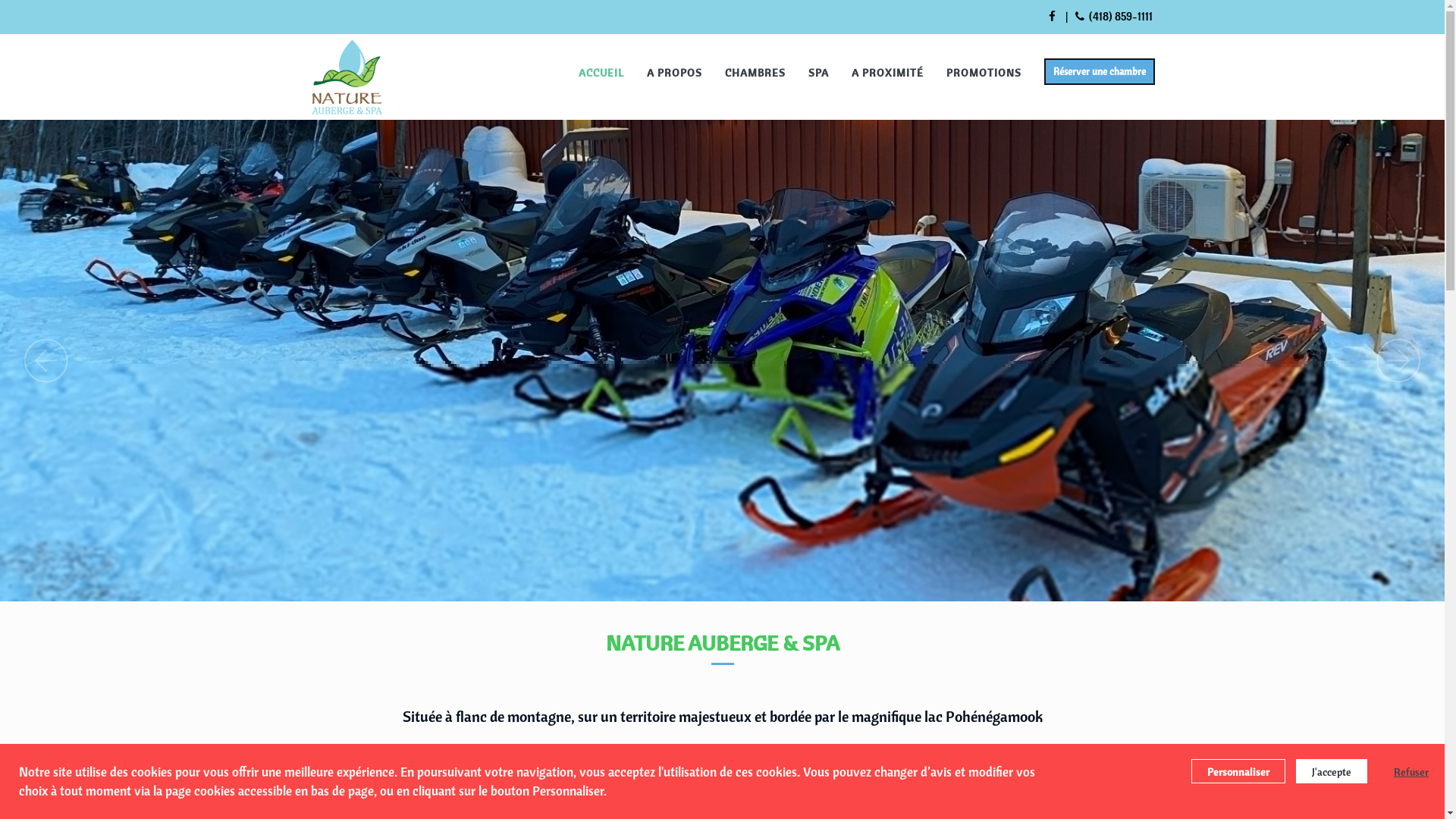  What do you see at coordinates (754, 72) in the screenshot?
I see `'CHAMBRES'` at bounding box center [754, 72].